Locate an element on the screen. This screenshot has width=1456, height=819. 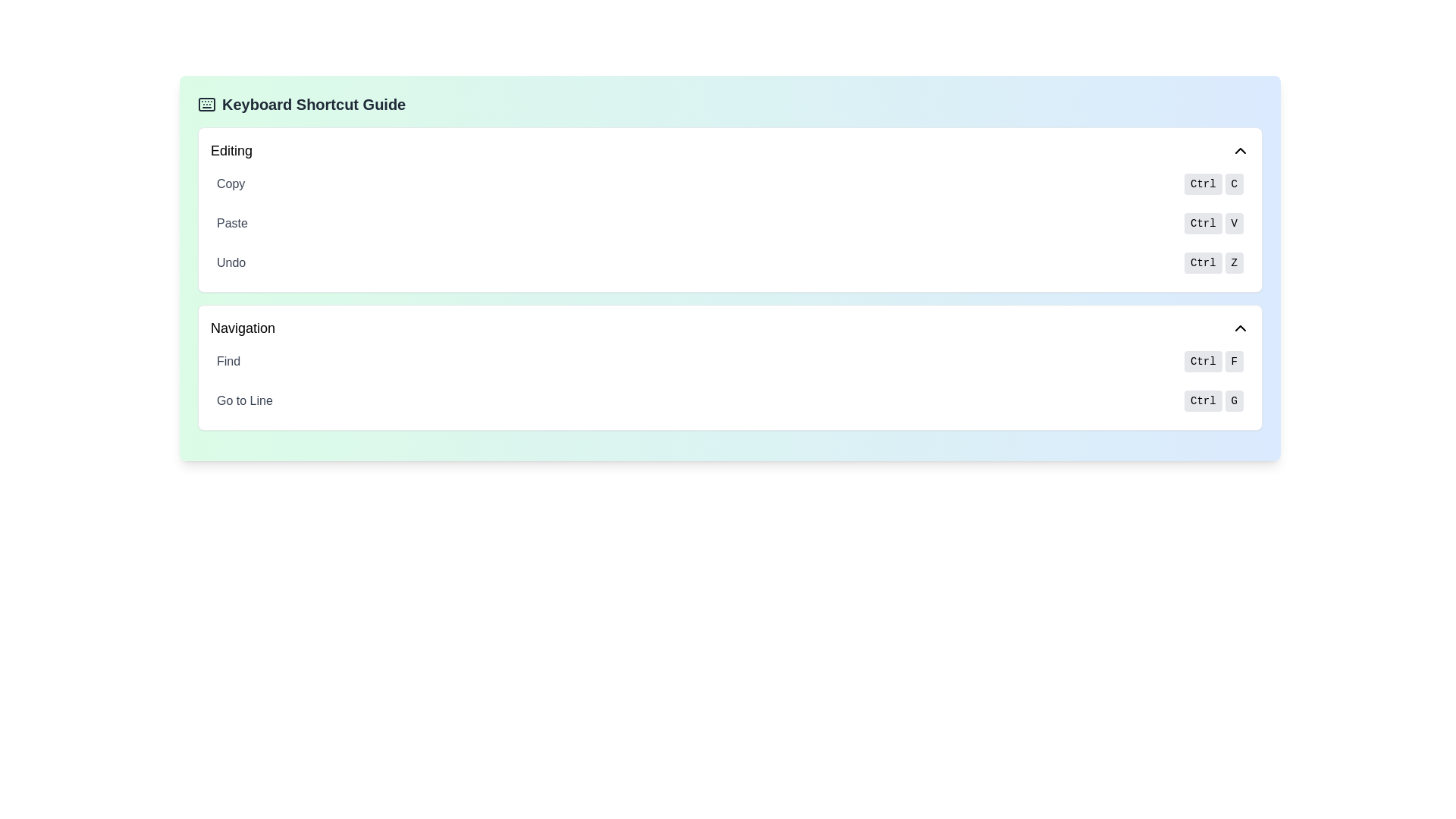
label of the keyboard shortcut component displaying 'Ctrl' and 'G', which is part of the 'Go to Line' navigation section is located at coordinates (1213, 400).